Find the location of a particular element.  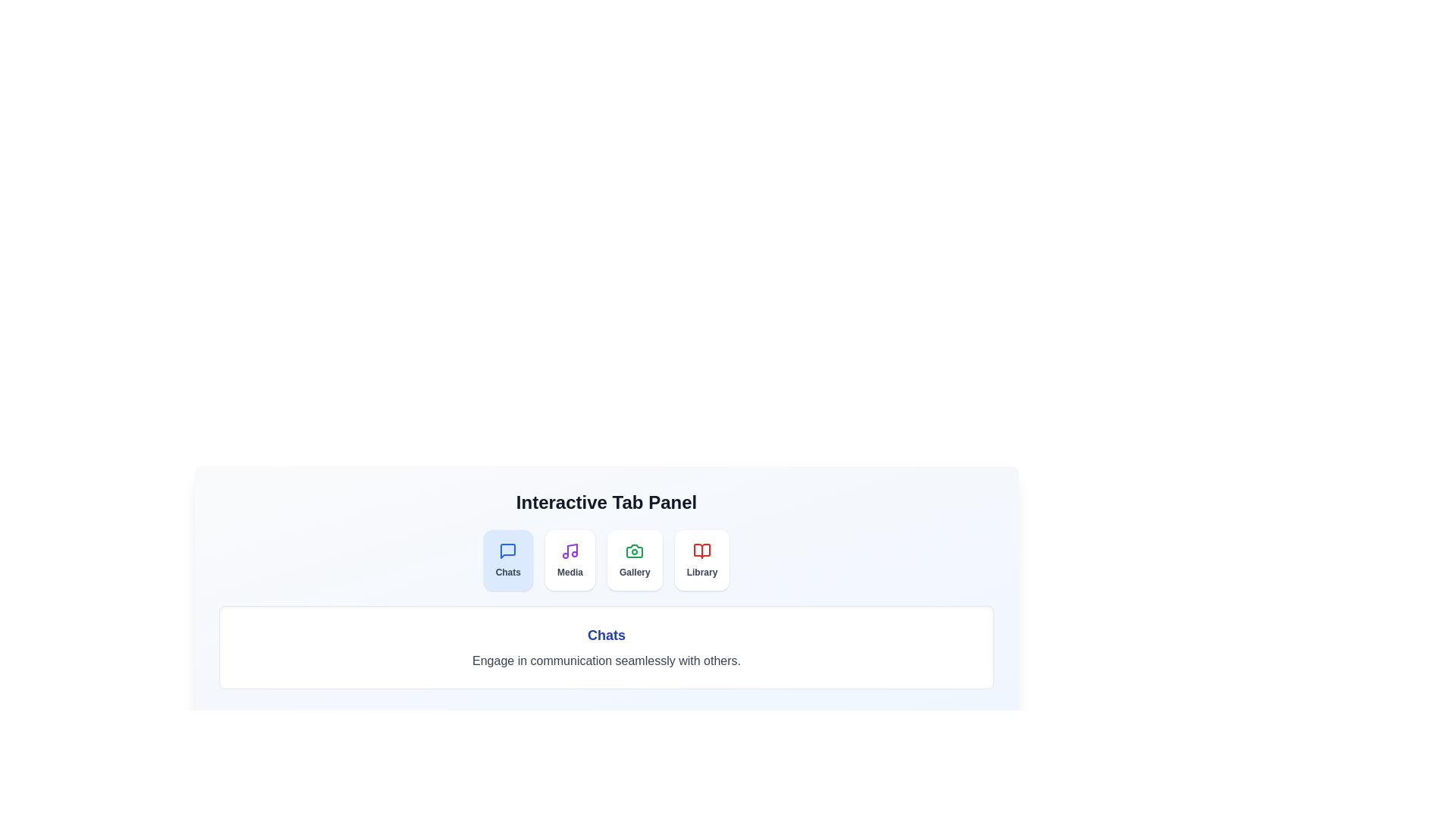

the Gallery tab is located at coordinates (634, 560).